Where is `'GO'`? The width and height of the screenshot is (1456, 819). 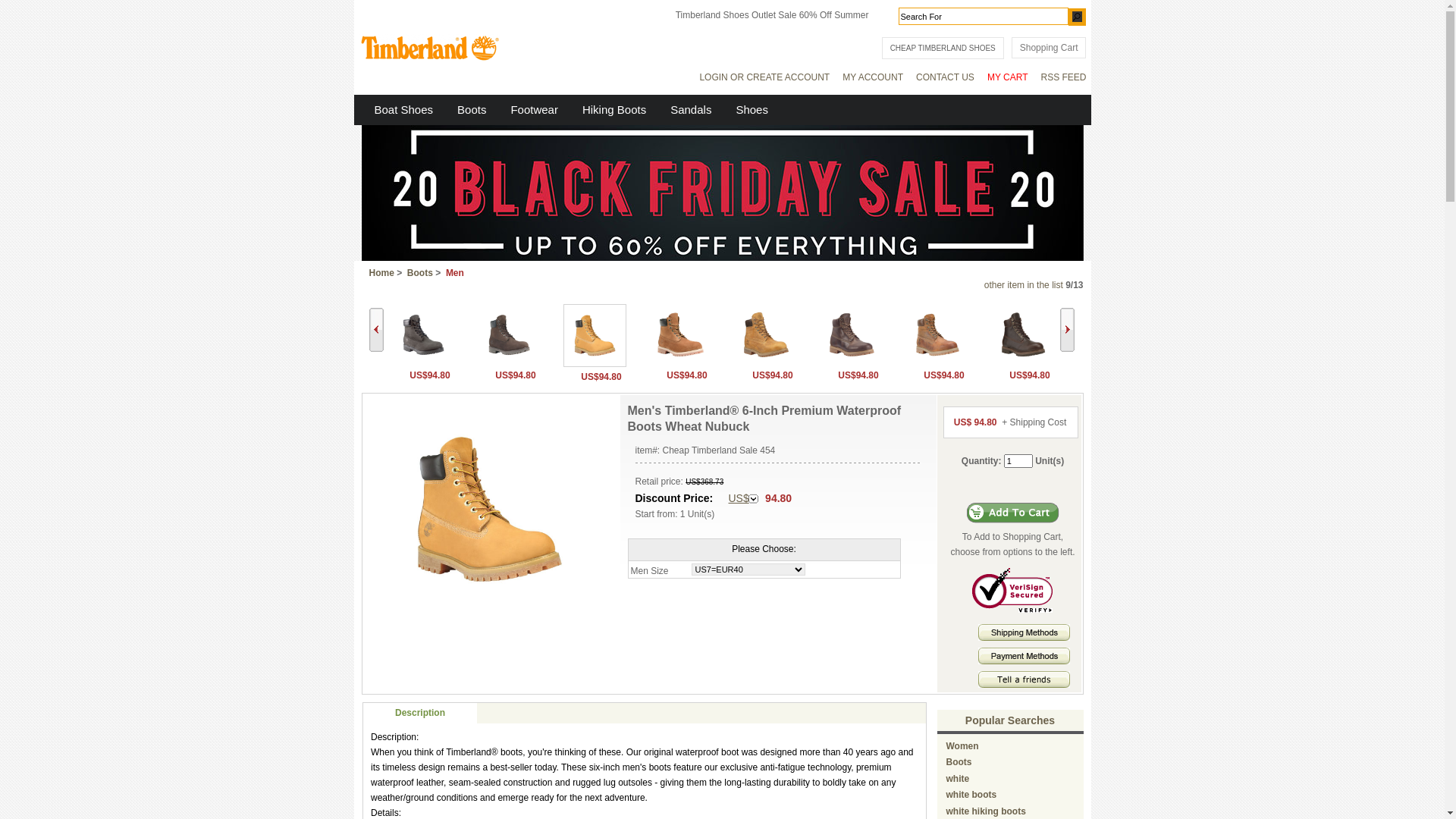
'GO' is located at coordinates (1068, 16).